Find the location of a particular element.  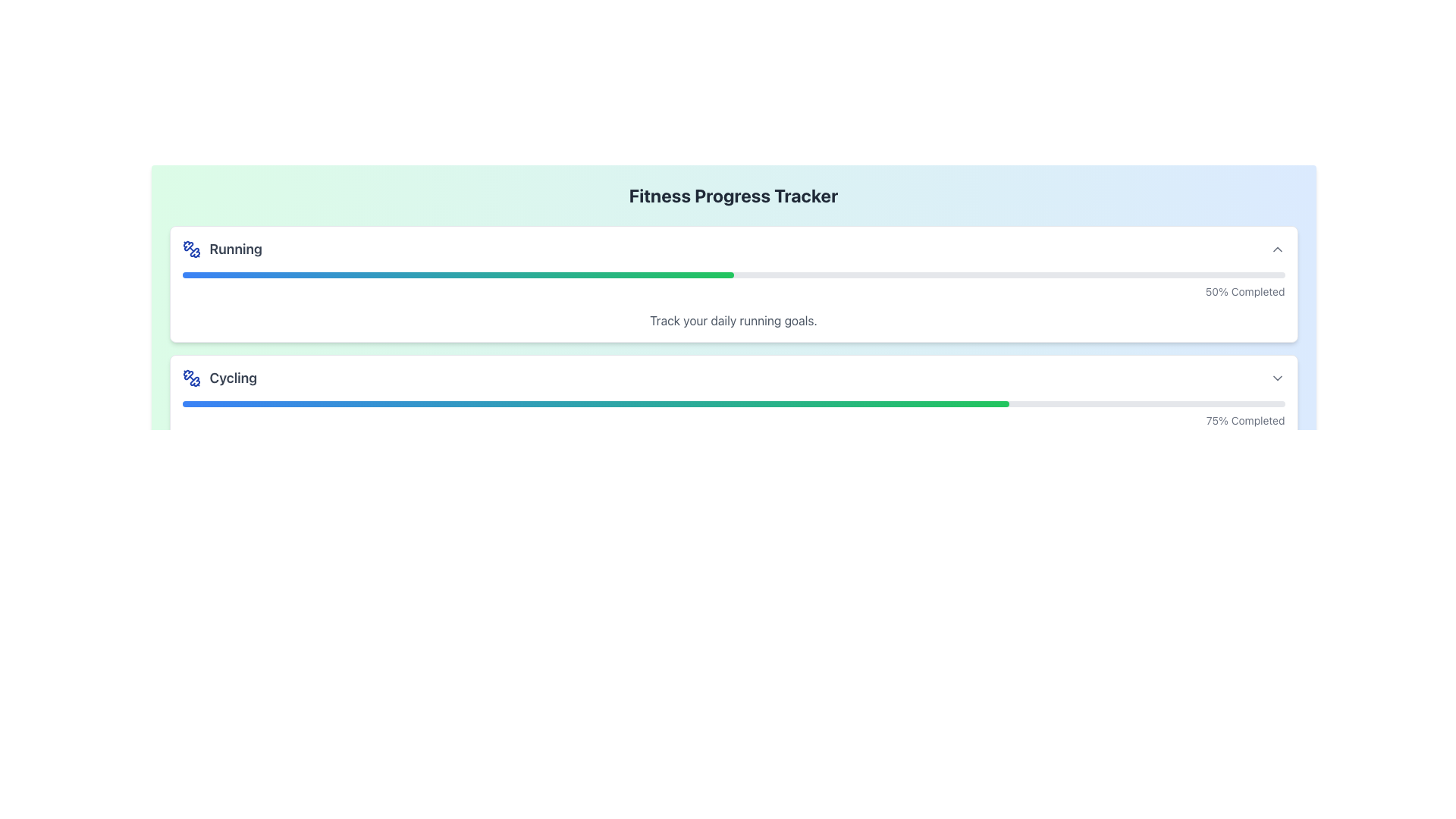

the progress bar, which is characterized by its gradient fill transitioning from blue to green and located in the top progress tracking bar under the 'Running' section, indicating 50% completion is located at coordinates (457, 275).